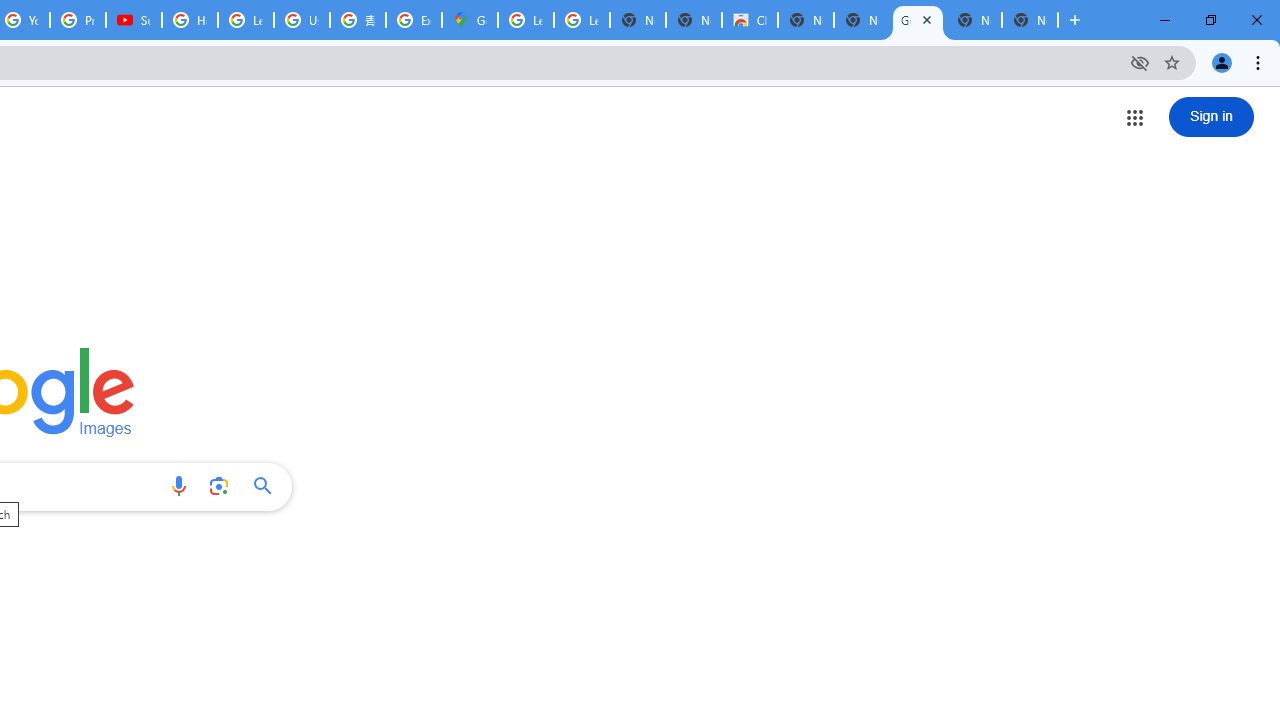 The image size is (1280, 720). Describe the element at coordinates (916, 20) in the screenshot. I see `'Google Images'` at that location.